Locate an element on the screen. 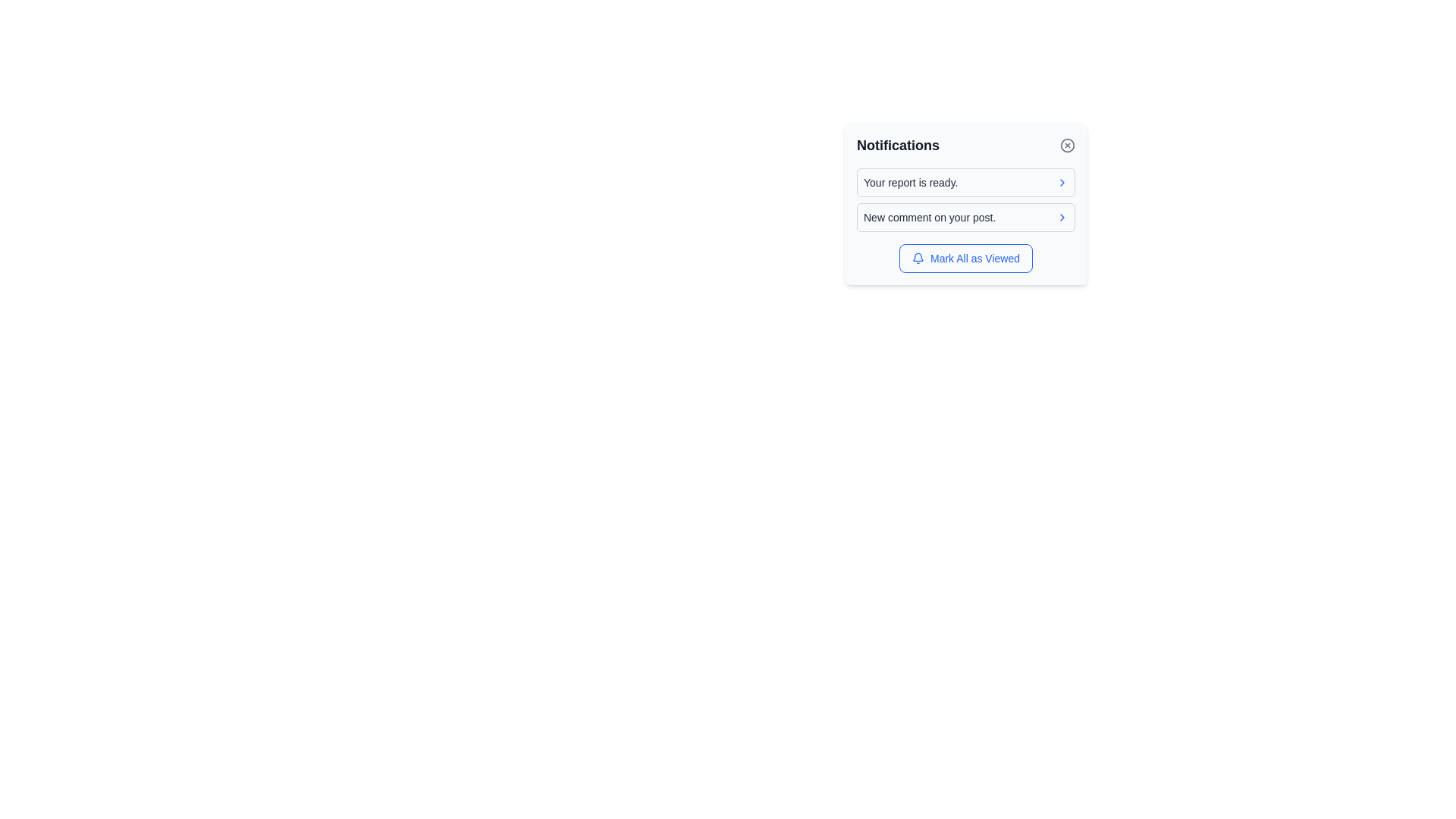 This screenshot has height=819, width=1456. the static text element displaying 'Your report is ready.' in a small gray font within the notification box is located at coordinates (910, 181).